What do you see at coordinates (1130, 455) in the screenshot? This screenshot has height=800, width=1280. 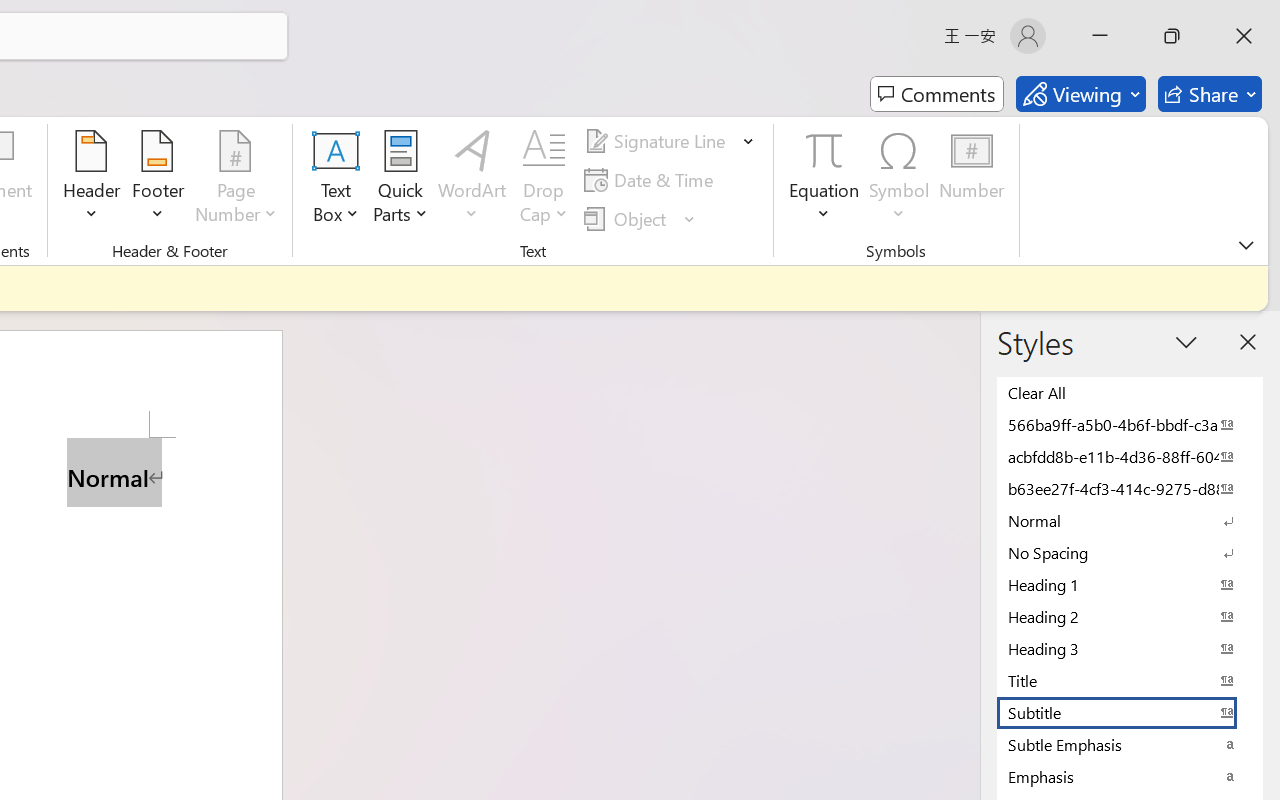 I see `'acbfdd8b-e11b-4d36-88ff-6049b138f862'` at bounding box center [1130, 455].